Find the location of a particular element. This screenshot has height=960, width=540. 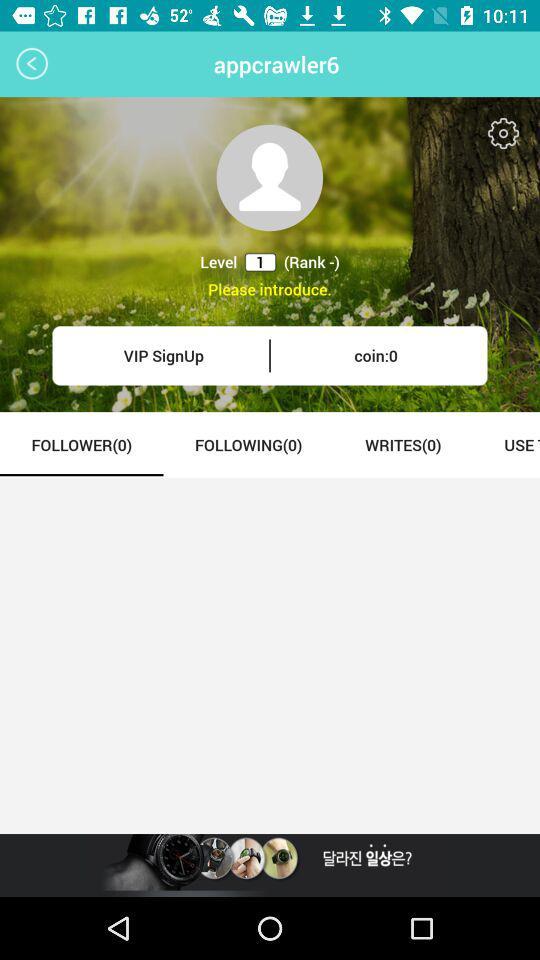

the icon to the right of the following(0) item is located at coordinates (403, 444).